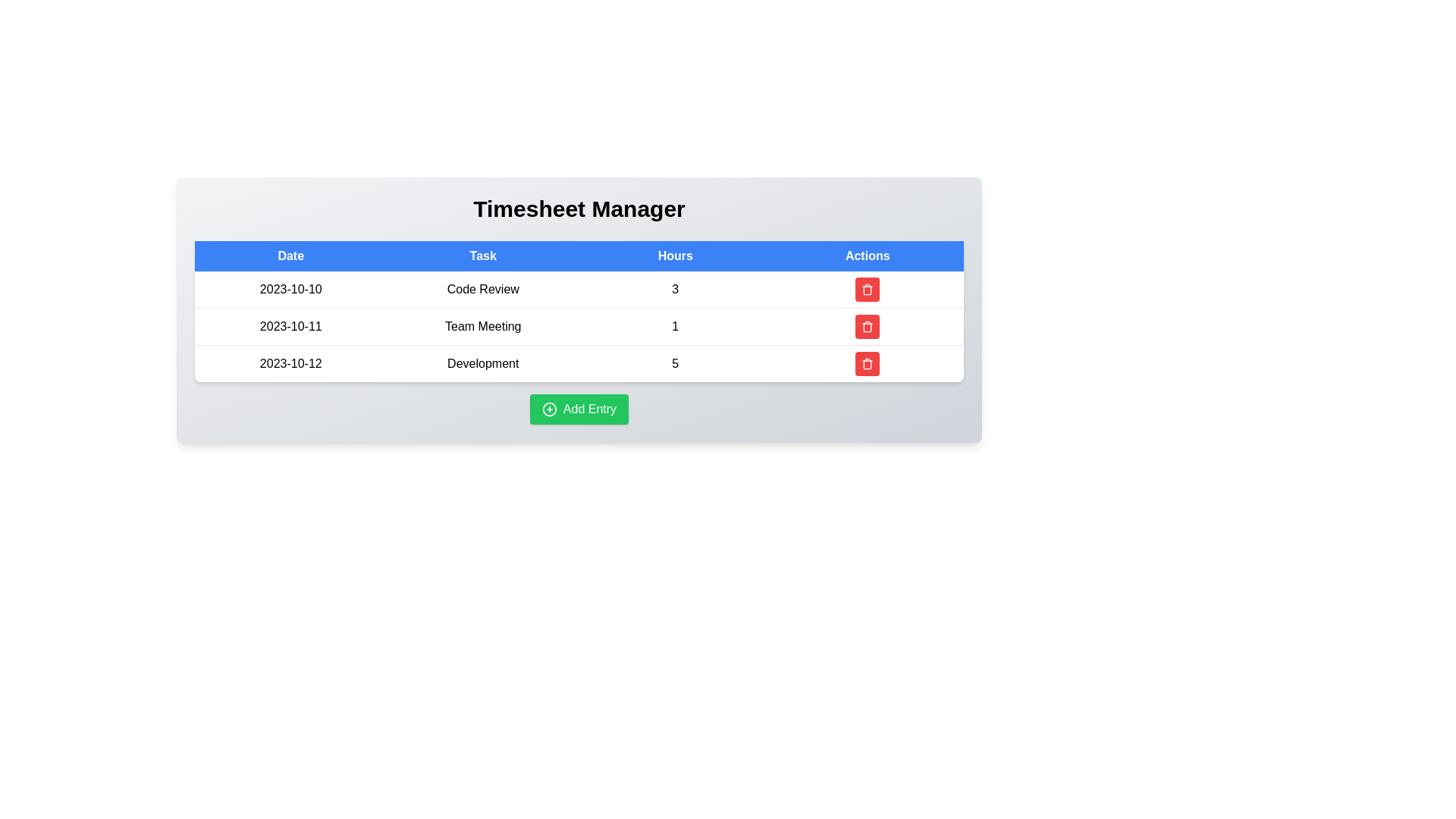 This screenshot has height=819, width=1456. Describe the element at coordinates (290, 256) in the screenshot. I see `the Text label which serves as the header for the date column in the table, positioned at the top-left corner of the header section` at that location.